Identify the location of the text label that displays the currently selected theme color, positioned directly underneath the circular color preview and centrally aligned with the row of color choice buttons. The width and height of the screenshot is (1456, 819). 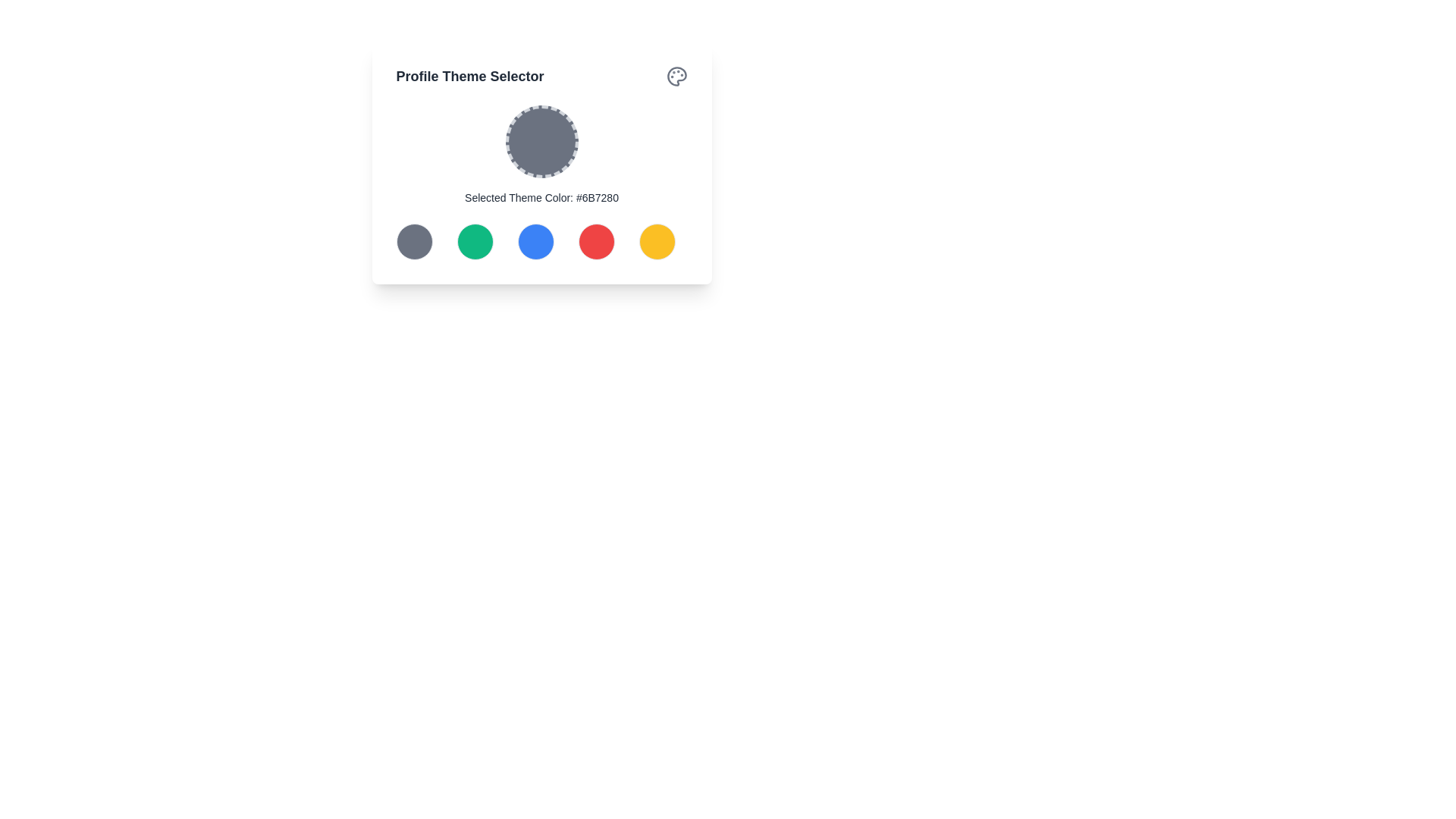
(541, 197).